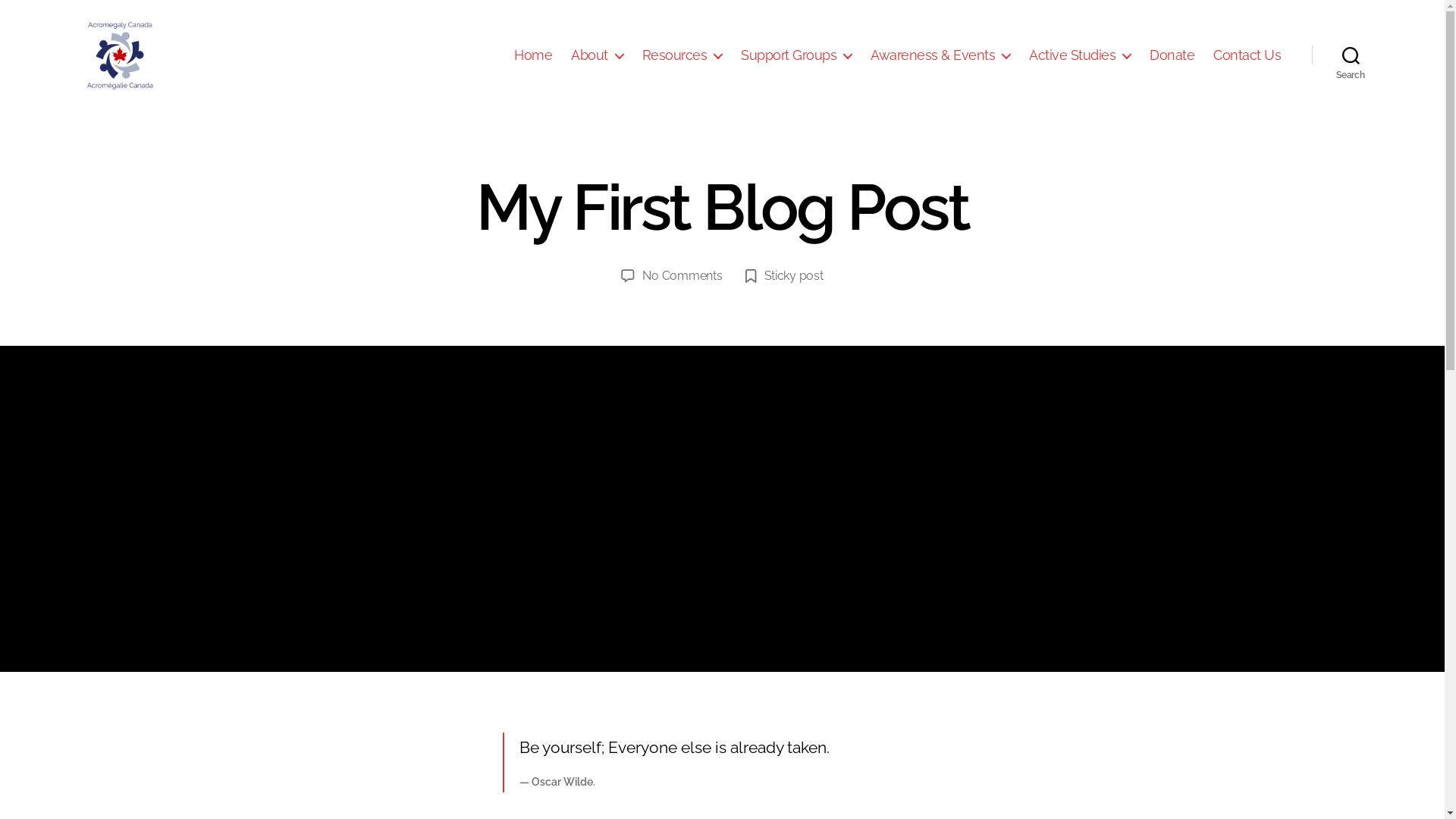  I want to click on 'Contact Us', so click(1247, 55).